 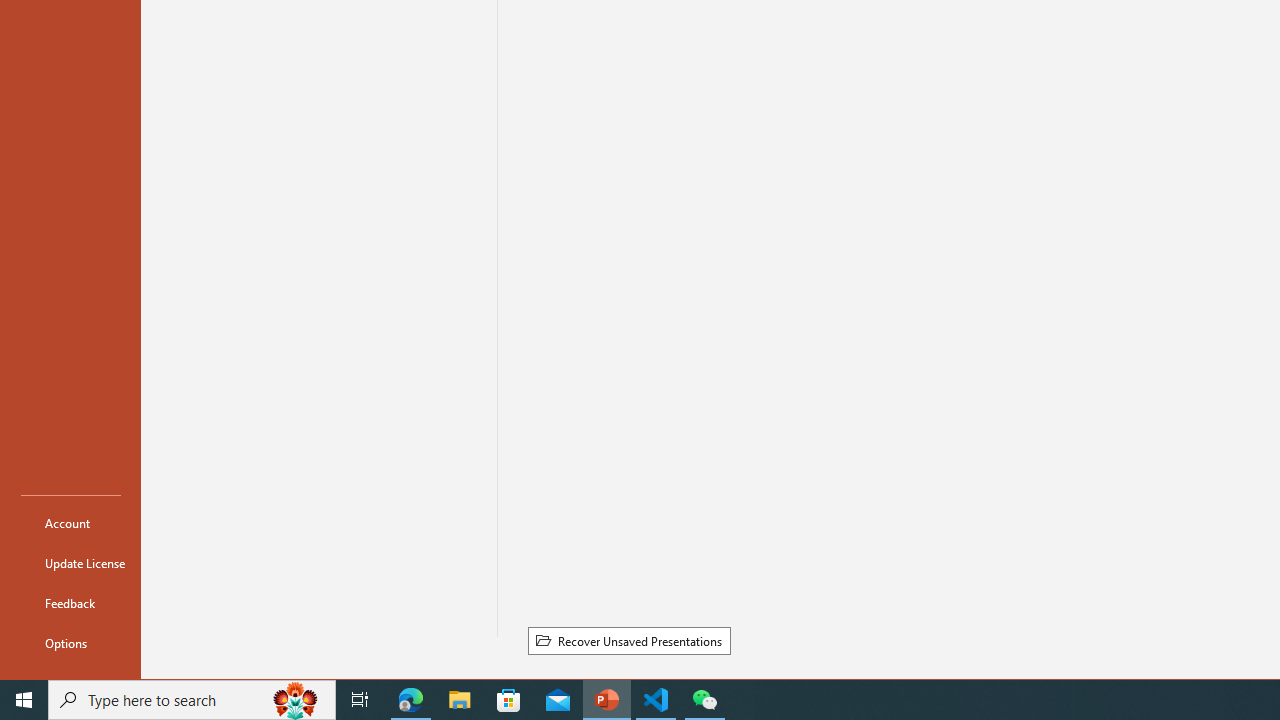 What do you see at coordinates (71, 563) in the screenshot?
I see `'Update License'` at bounding box center [71, 563].